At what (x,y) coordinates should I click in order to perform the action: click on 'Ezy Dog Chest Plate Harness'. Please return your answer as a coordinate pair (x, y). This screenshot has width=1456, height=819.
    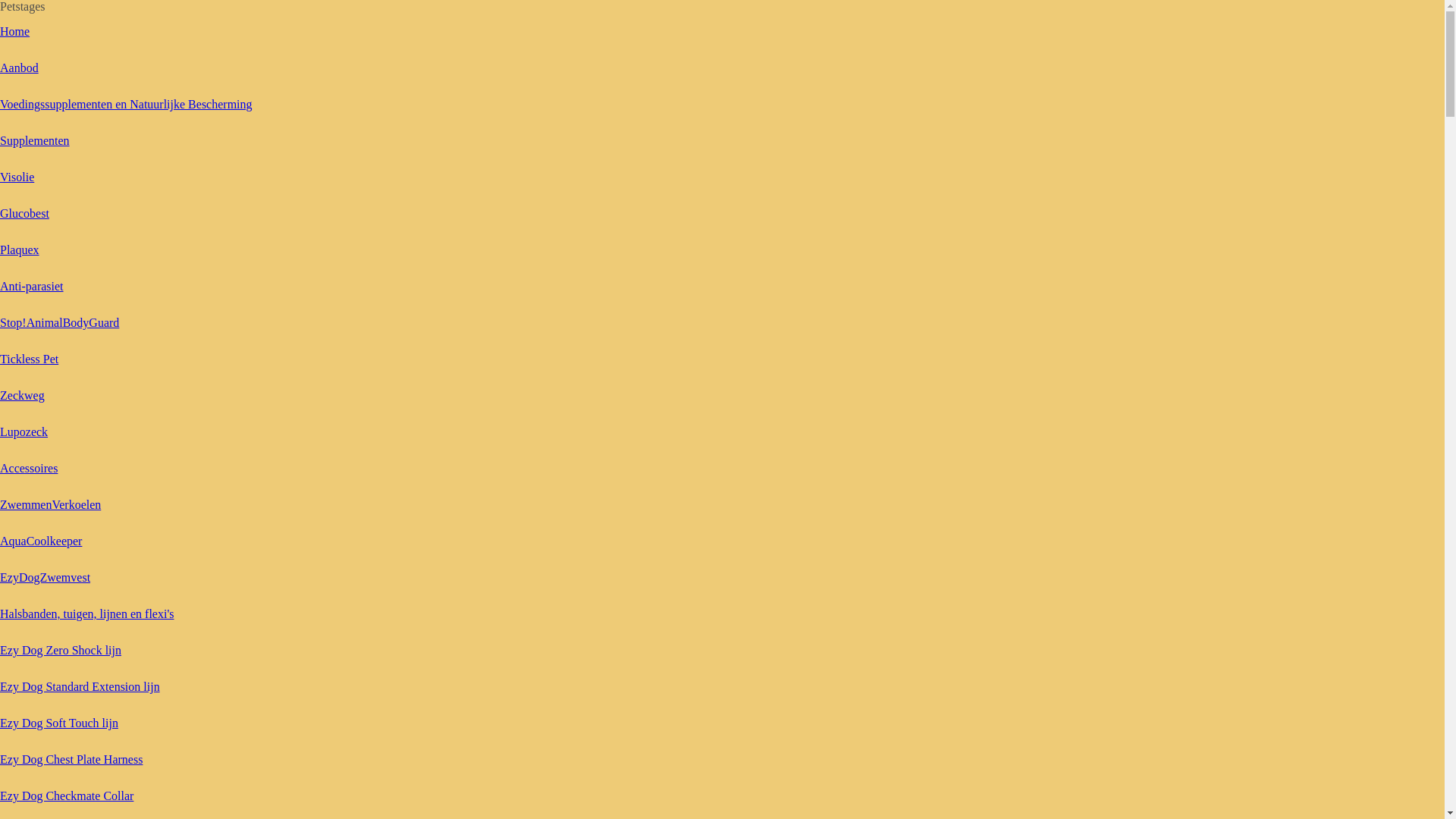
    Looking at the image, I should click on (0, 759).